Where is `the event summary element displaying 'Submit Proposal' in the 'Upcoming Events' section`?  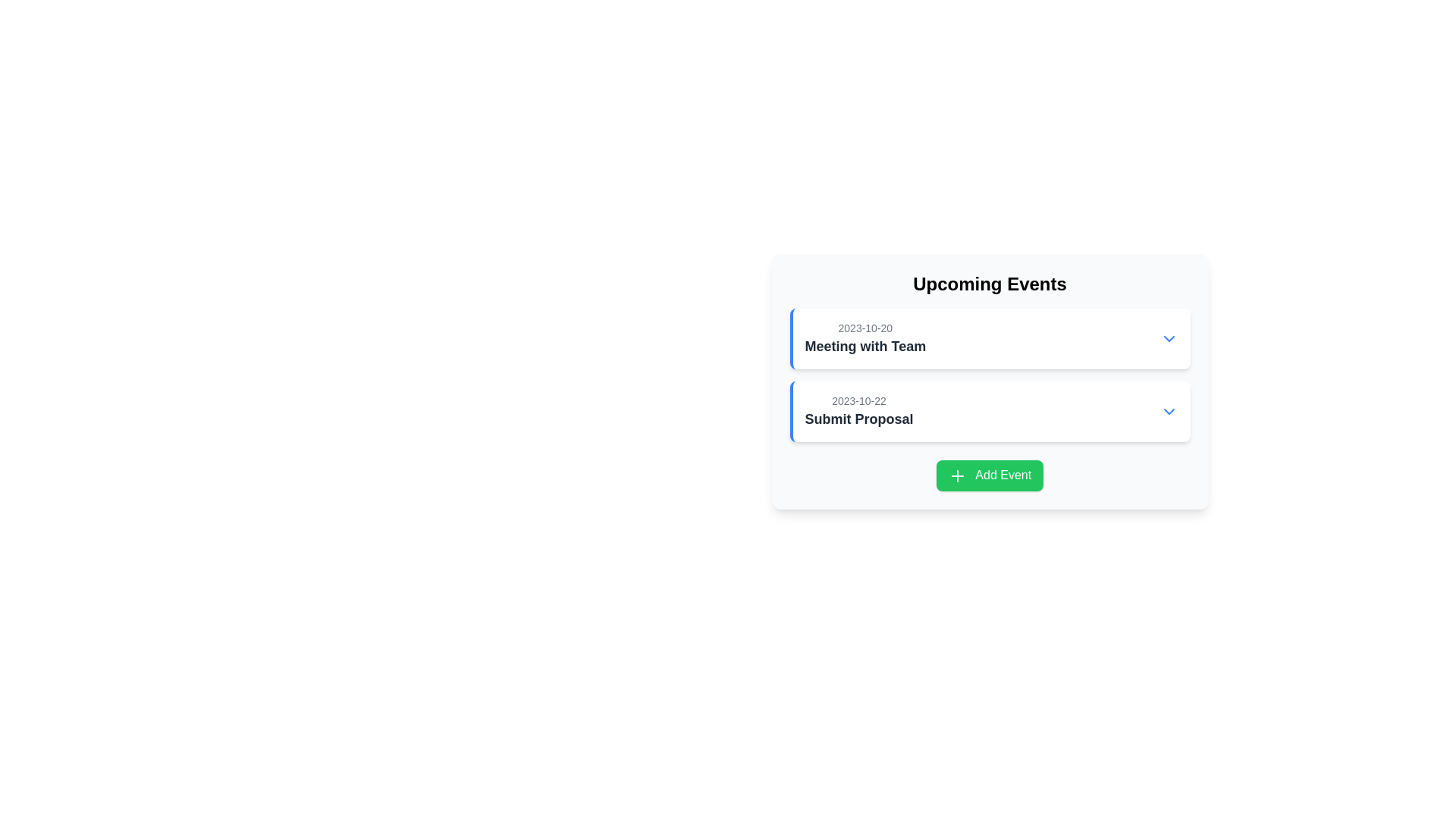
the event summary element displaying 'Submit Proposal' in the 'Upcoming Events' section is located at coordinates (991, 412).